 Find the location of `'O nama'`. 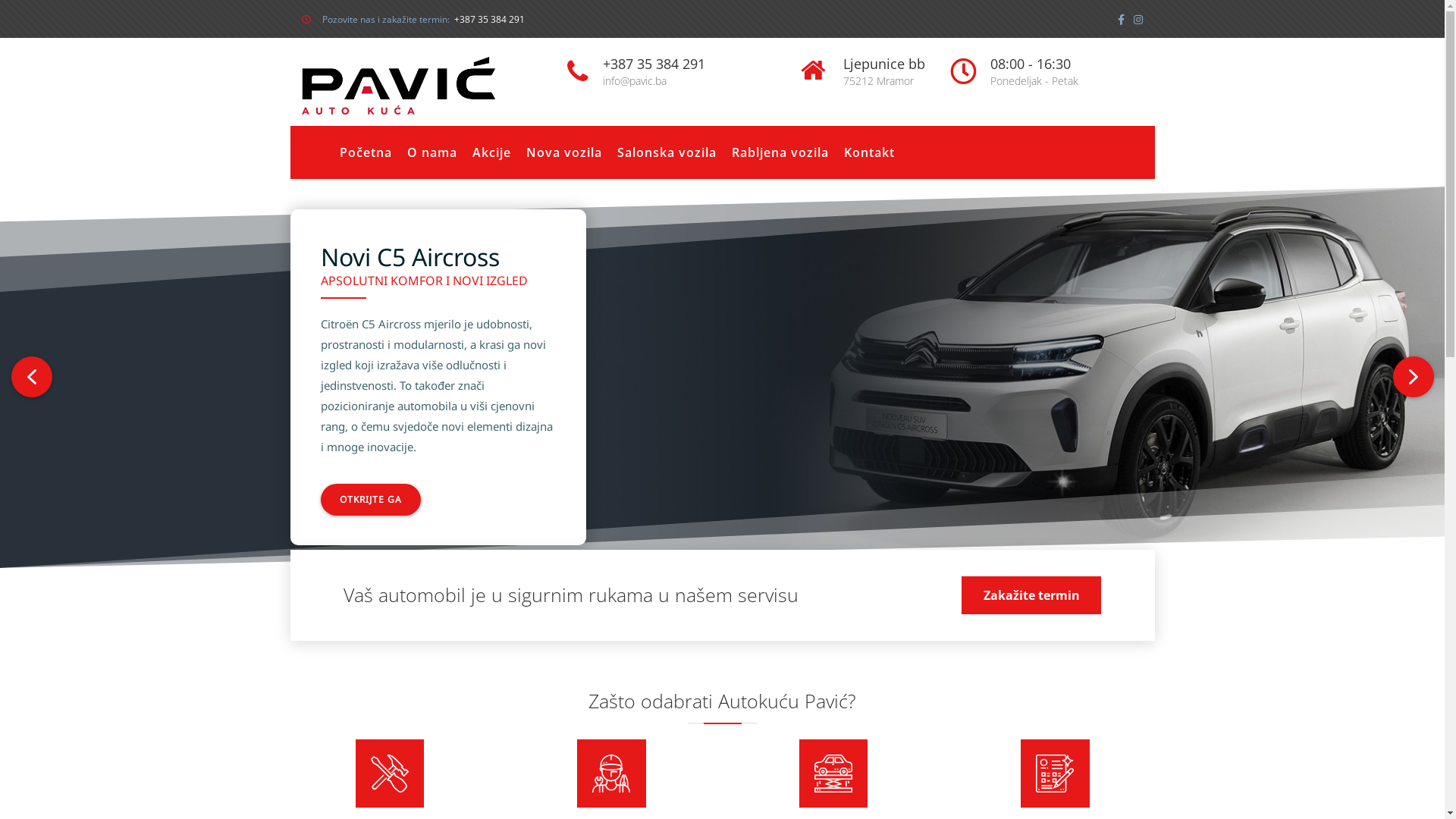

'O nama' is located at coordinates (431, 152).